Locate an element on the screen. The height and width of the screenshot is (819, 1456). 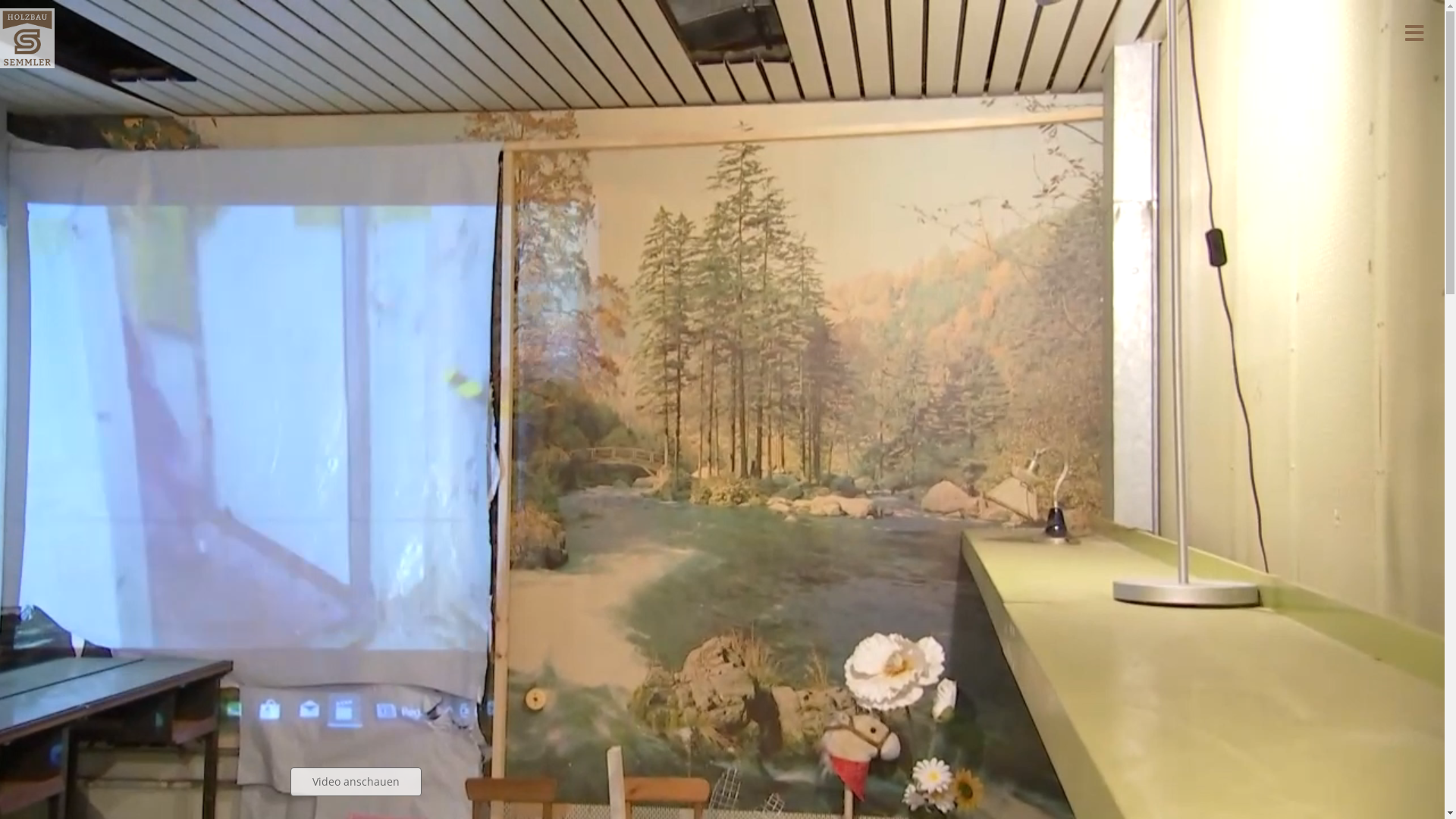
'Menu' is located at coordinates (1383, 33).